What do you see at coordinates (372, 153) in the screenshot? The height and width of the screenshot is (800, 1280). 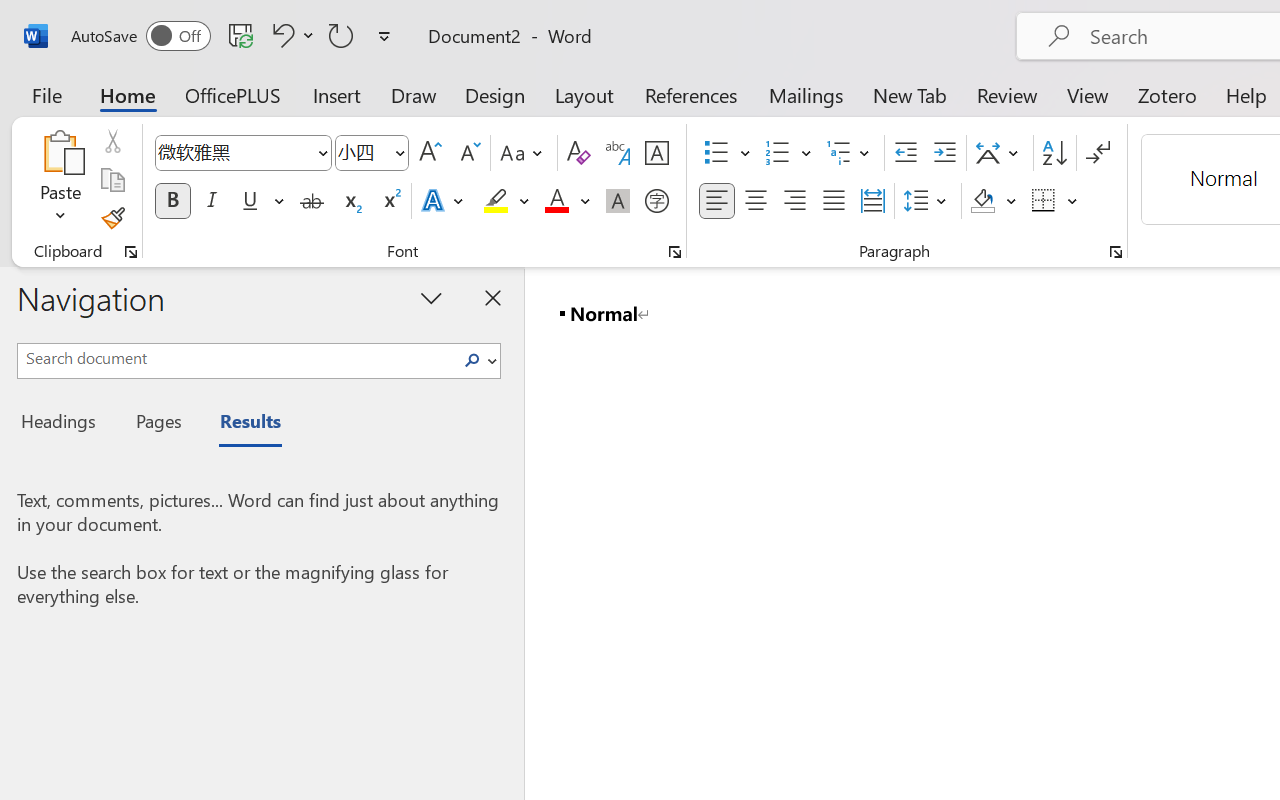 I see `'Font Size'` at bounding box center [372, 153].